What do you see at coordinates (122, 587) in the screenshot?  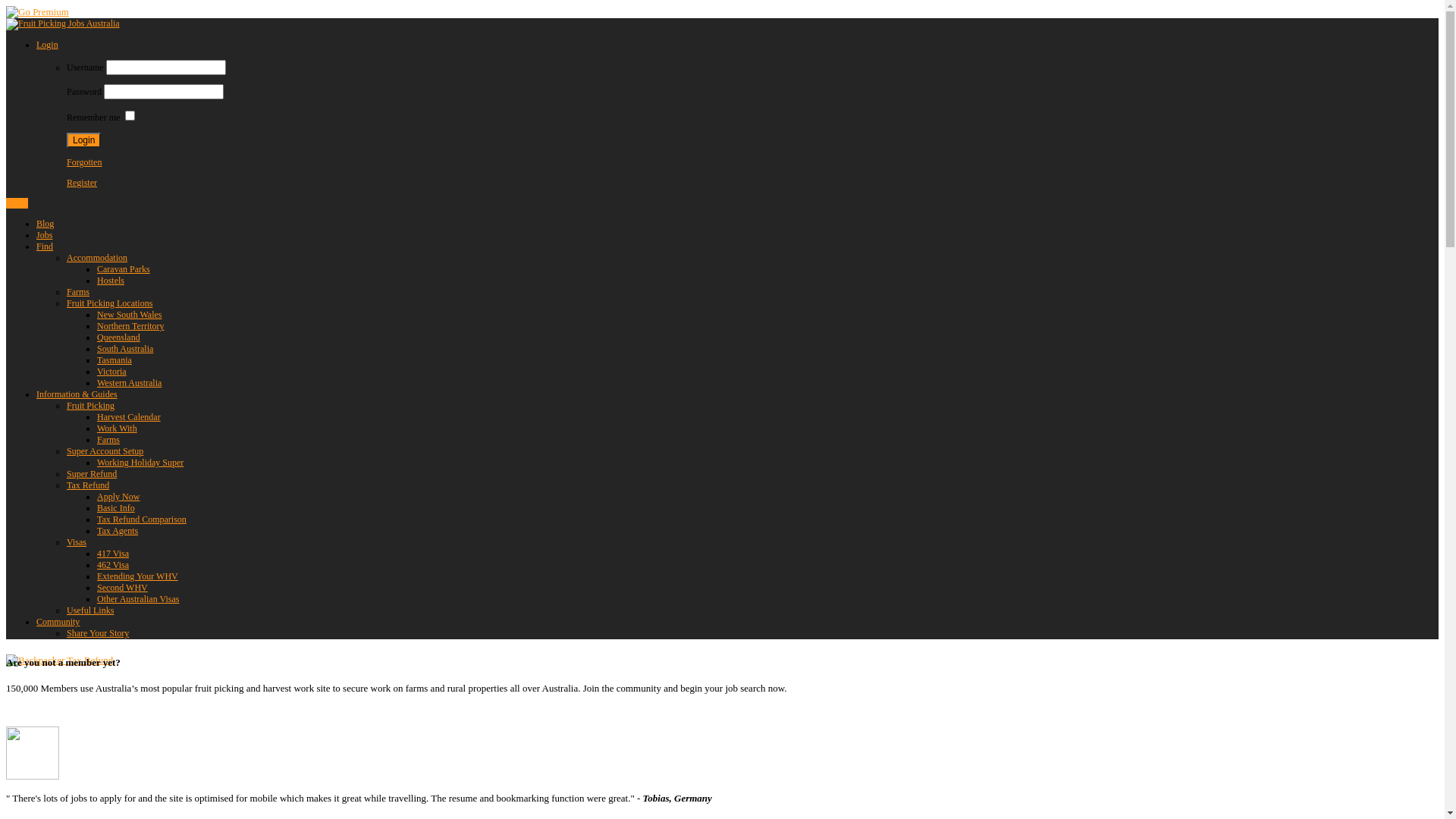 I see `'Second WHV'` at bounding box center [122, 587].